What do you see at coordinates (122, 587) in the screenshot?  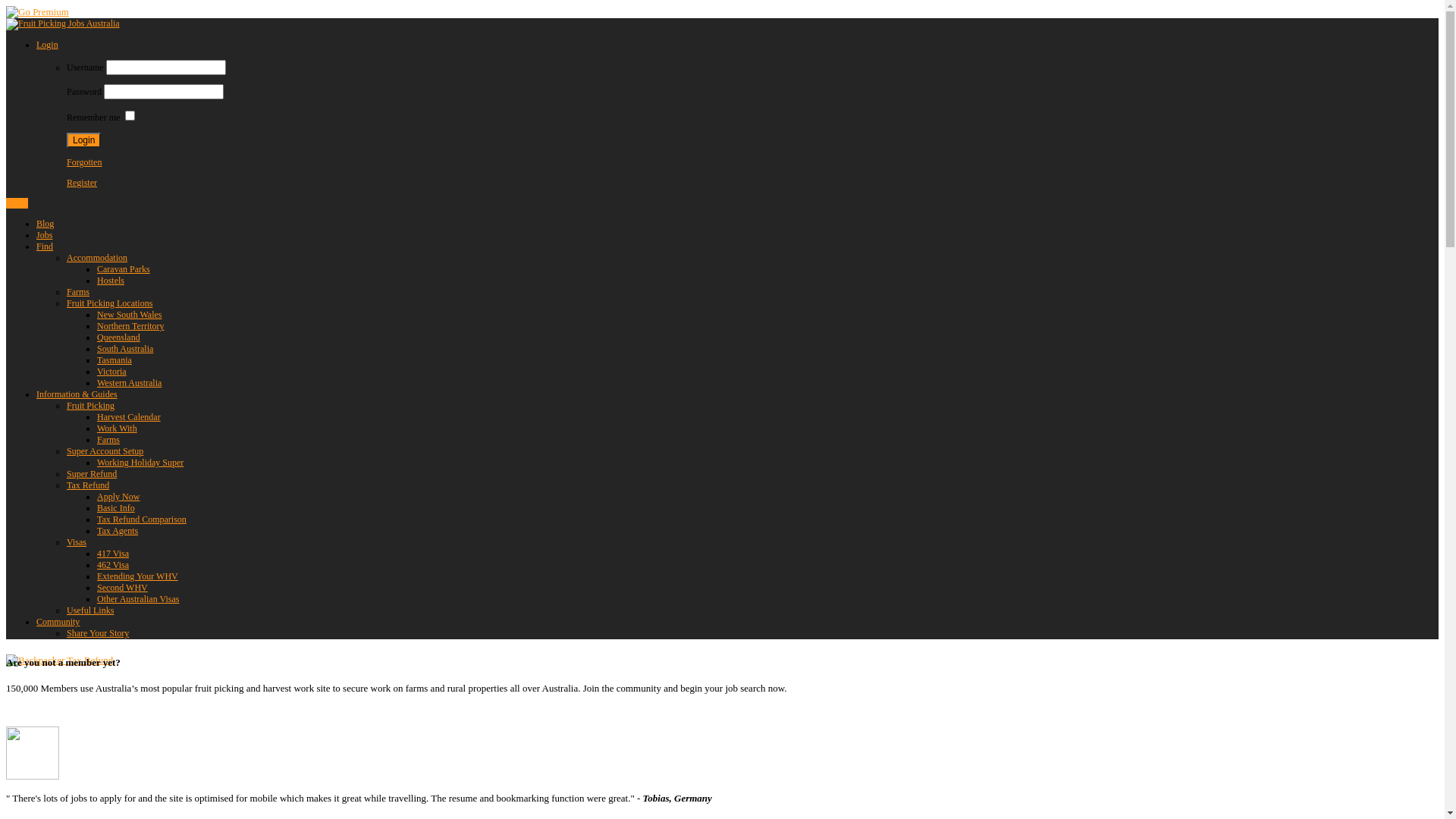 I see `'Second WHV'` at bounding box center [122, 587].